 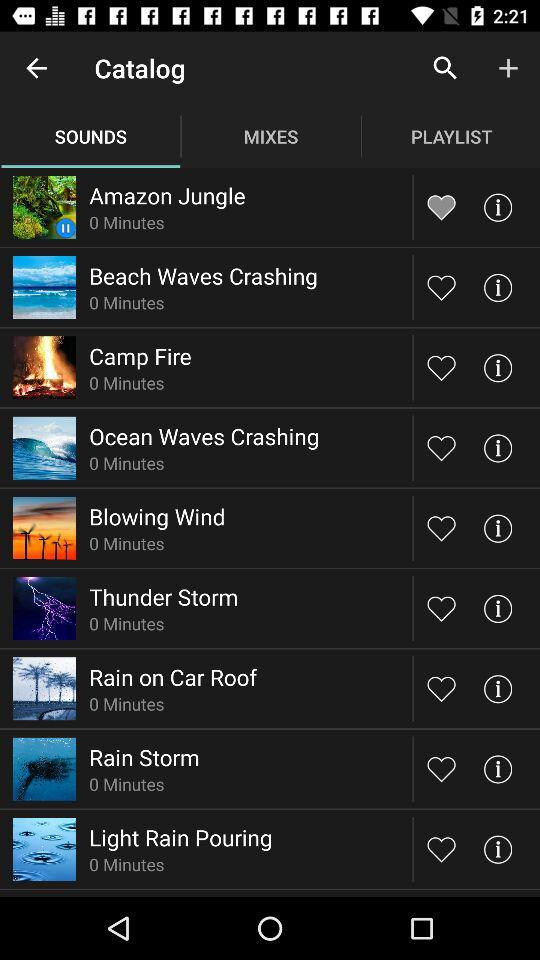 What do you see at coordinates (496, 607) in the screenshot?
I see `check info` at bounding box center [496, 607].